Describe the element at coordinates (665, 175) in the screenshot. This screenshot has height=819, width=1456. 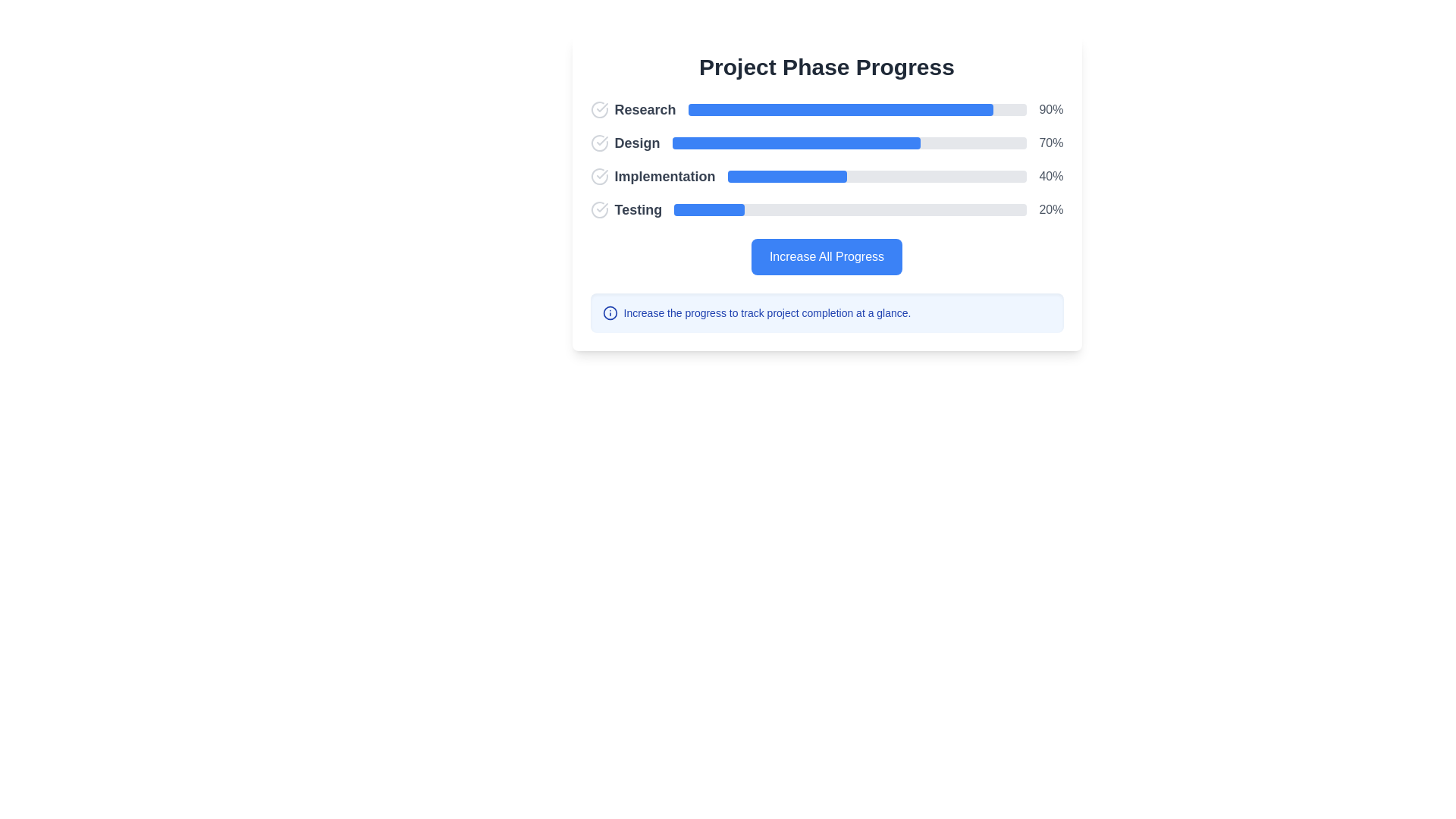
I see `the label indicating the 'Implementation' phase, which is the third item under 'Project Phase Progress', located slightly to the right of the checkmark icon` at that location.